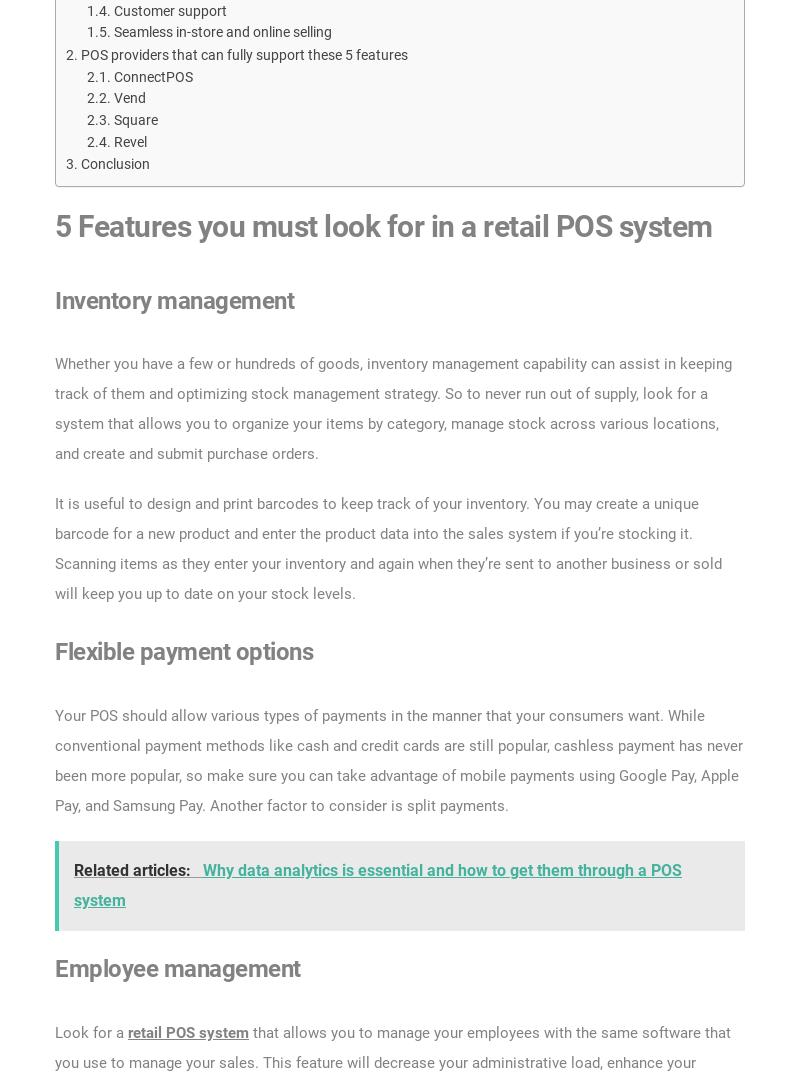 The image size is (800, 1072). What do you see at coordinates (382, 226) in the screenshot?
I see `'5 Features you must look for in a retail POS system'` at bounding box center [382, 226].